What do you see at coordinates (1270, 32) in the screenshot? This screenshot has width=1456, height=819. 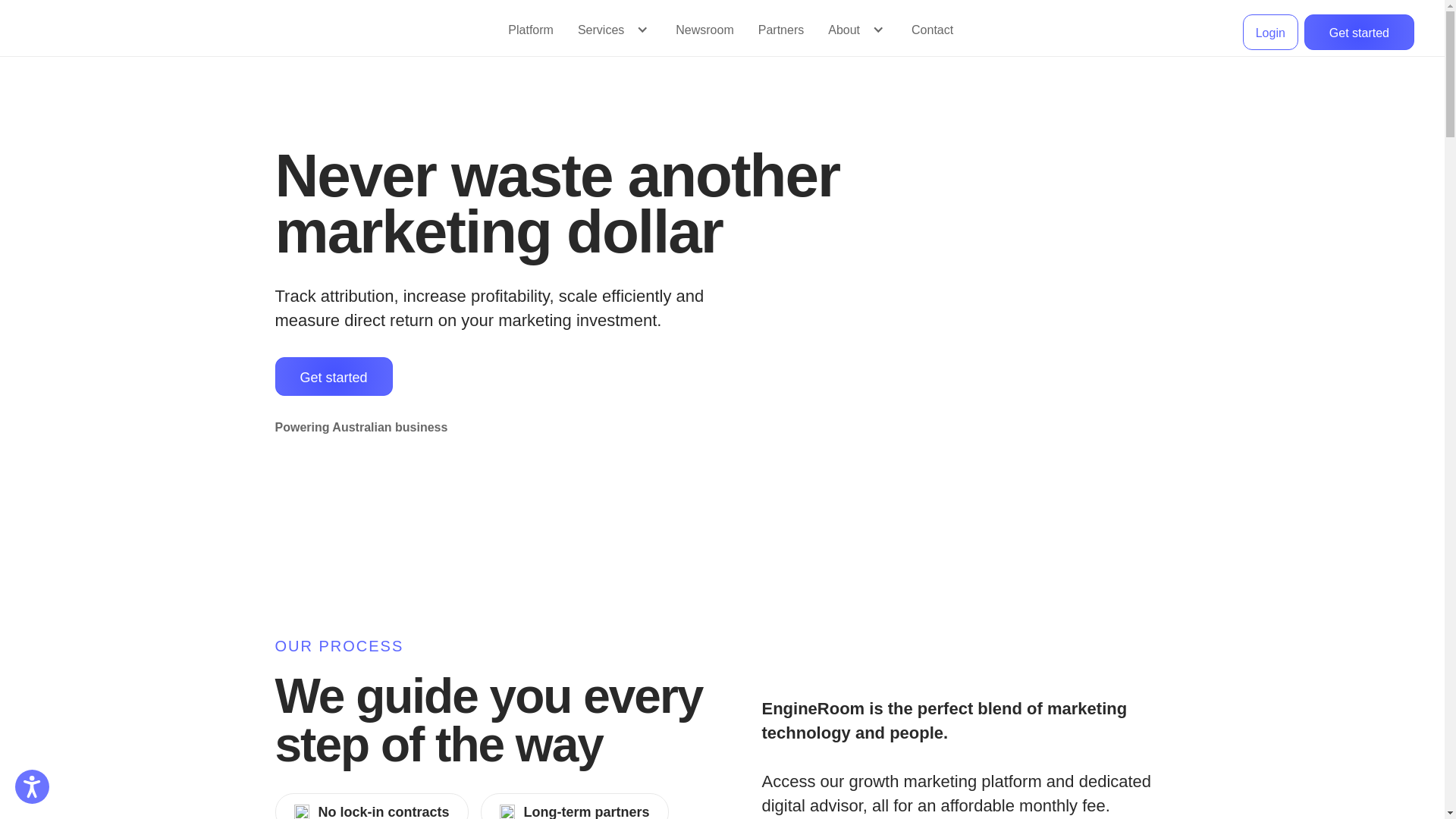 I see `'Login'` at bounding box center [1270, 32].